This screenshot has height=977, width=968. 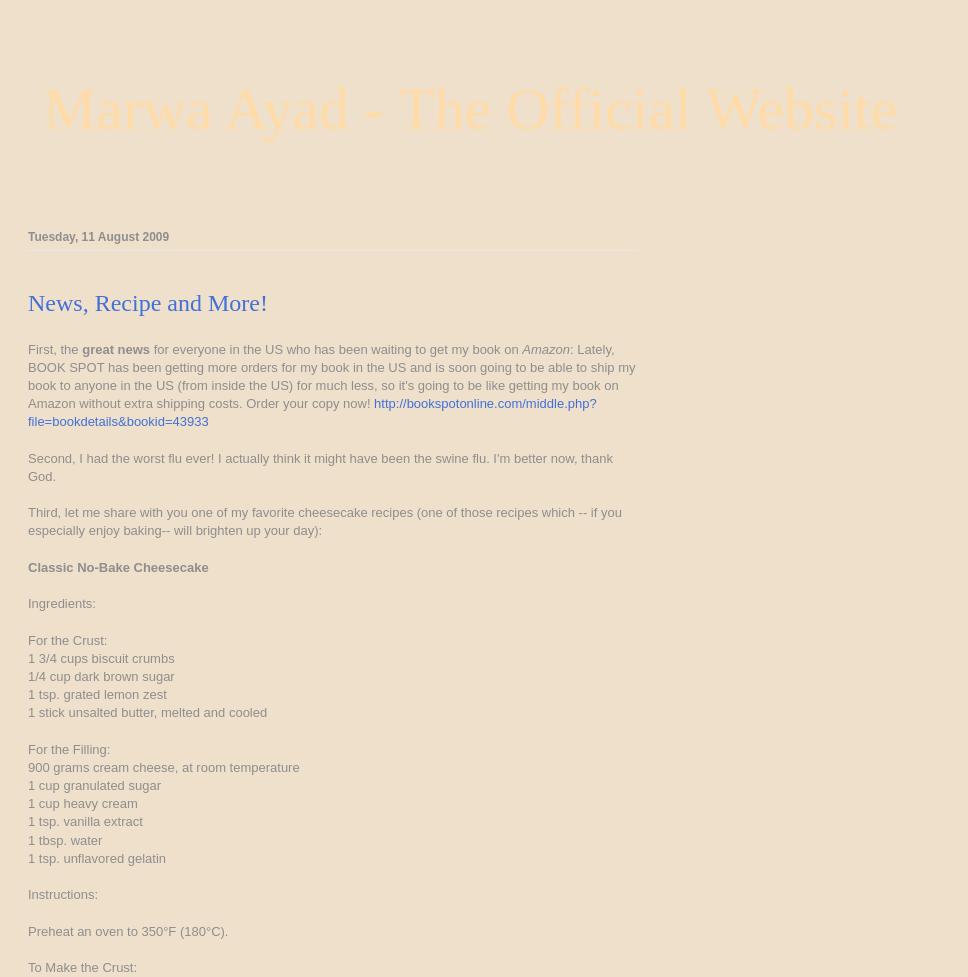 What do you see at coordinates (331, 376) in the screenshot?
I see `': Lately, BOOK SPOT has been getting more orders for my book in the US and is soon going to be able to ship my book to anyone in the US (from inside the US) for much less, so it's going to be like getting my book on Amazon without extra shipping costs. Order your copy now!'` at bounding box center [331, 376].